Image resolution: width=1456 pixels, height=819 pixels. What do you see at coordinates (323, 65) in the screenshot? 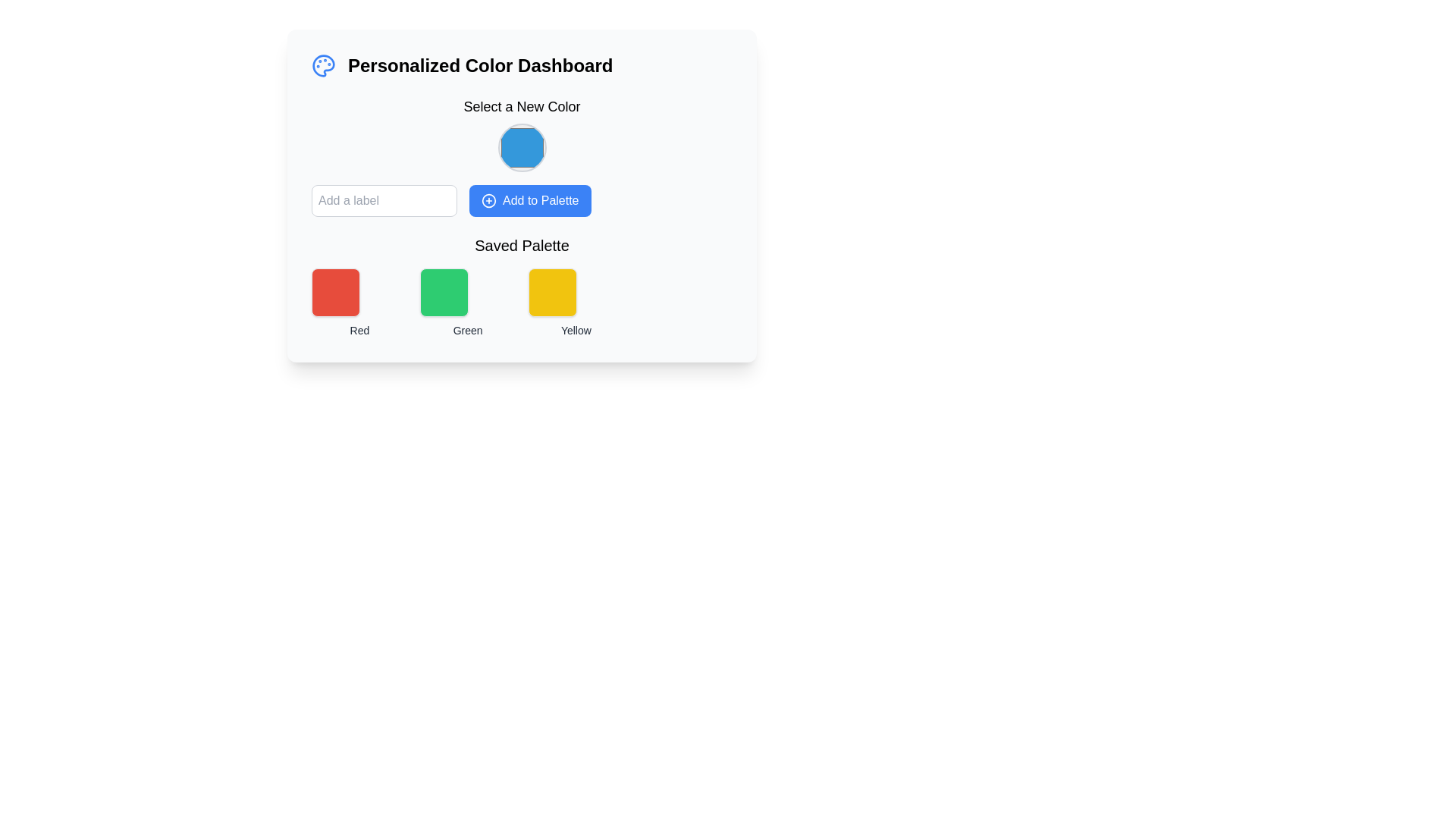
I see `the decorative graphic logo resembling a circular palette with distinct color markers located in the top-left corner of the interface, adjacent to the title 'Personalized Color Dashboard'` at bounding box center [323, 65].